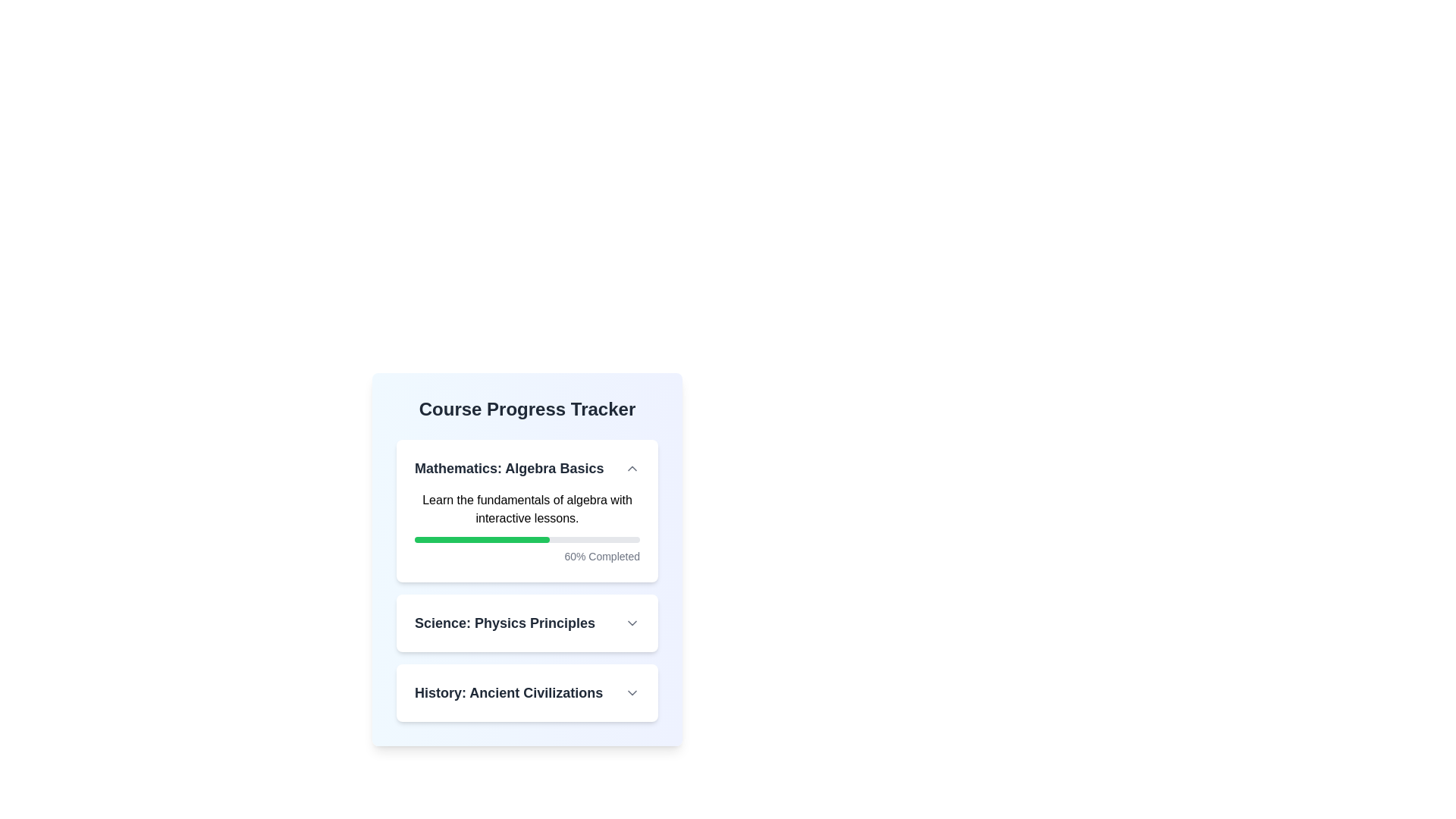  Describe the element at coordinates (527, 623) in the screenshot. I see `the 'Science: Physics Principles' expandable list item card located` at that location.